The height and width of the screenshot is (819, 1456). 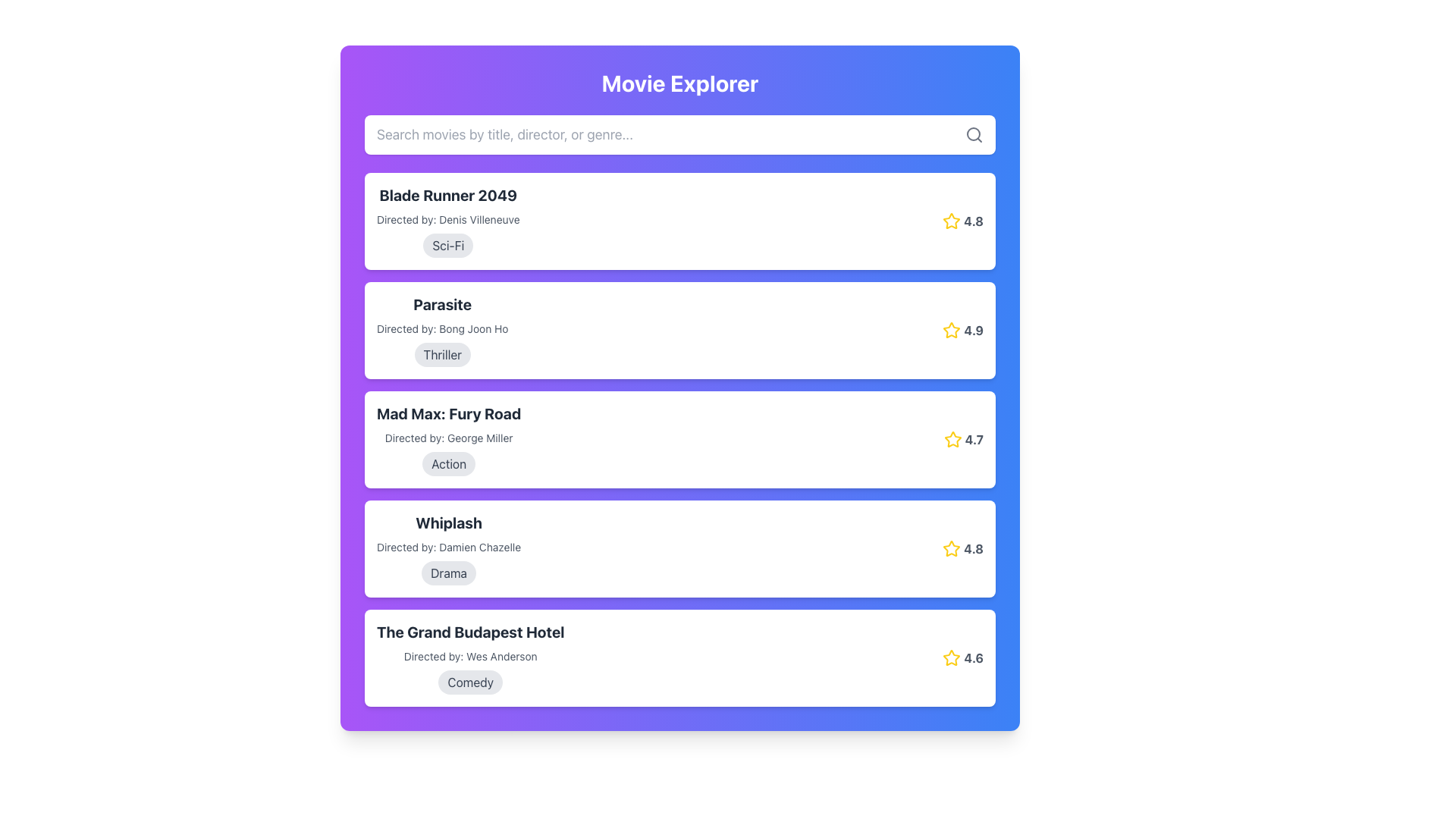 What do you see at coordinates (951, 548) in the screenshot?
I see `the star icon that represents the rating for the movie 'Whiplash' in the 'Movie Explorer' interface, located adjacent to the rating score of '4.8'` at bounding box center [951, 548].